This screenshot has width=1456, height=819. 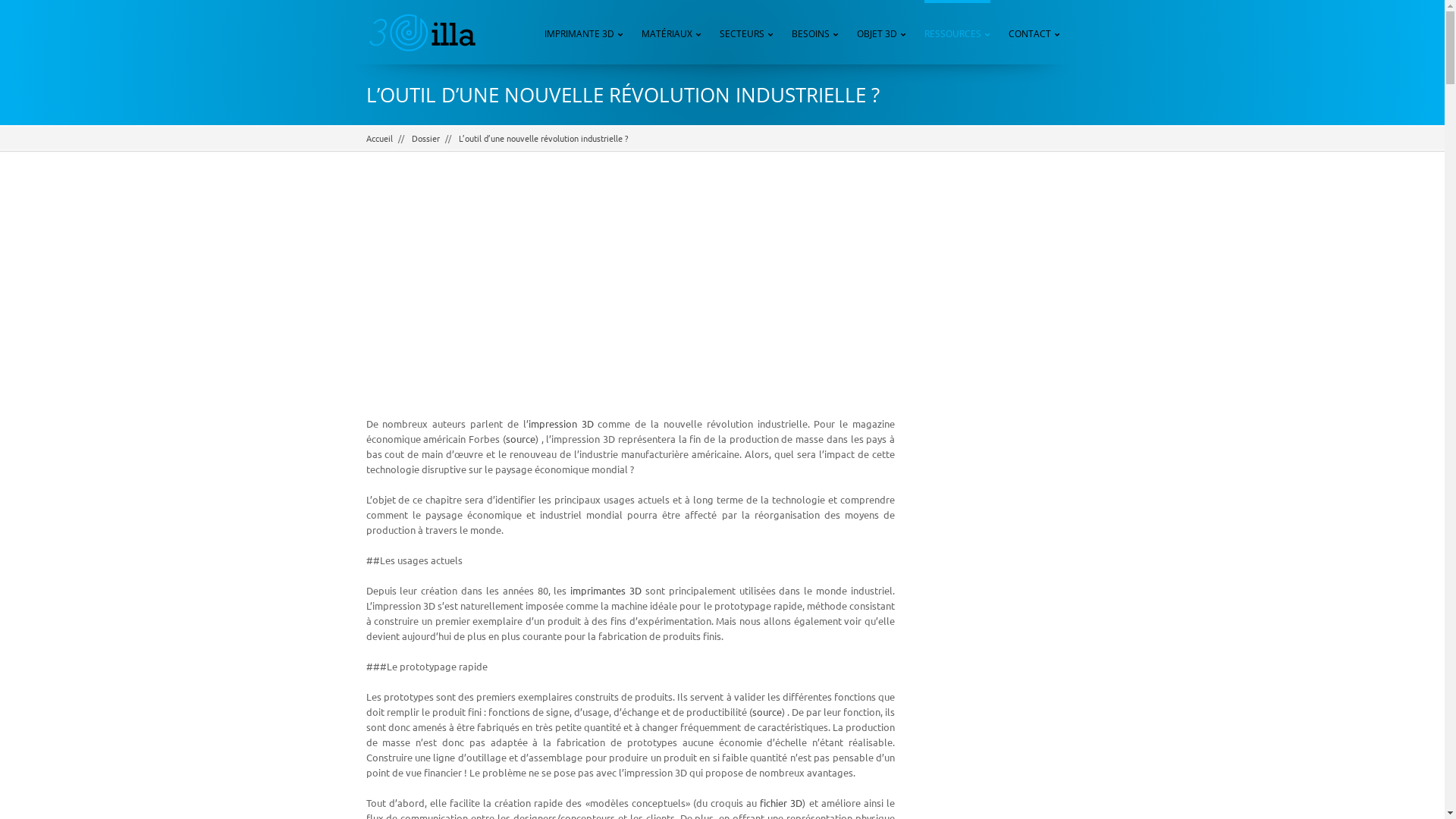 I want to click on 'BESOINS', so click(x=790, y=32).